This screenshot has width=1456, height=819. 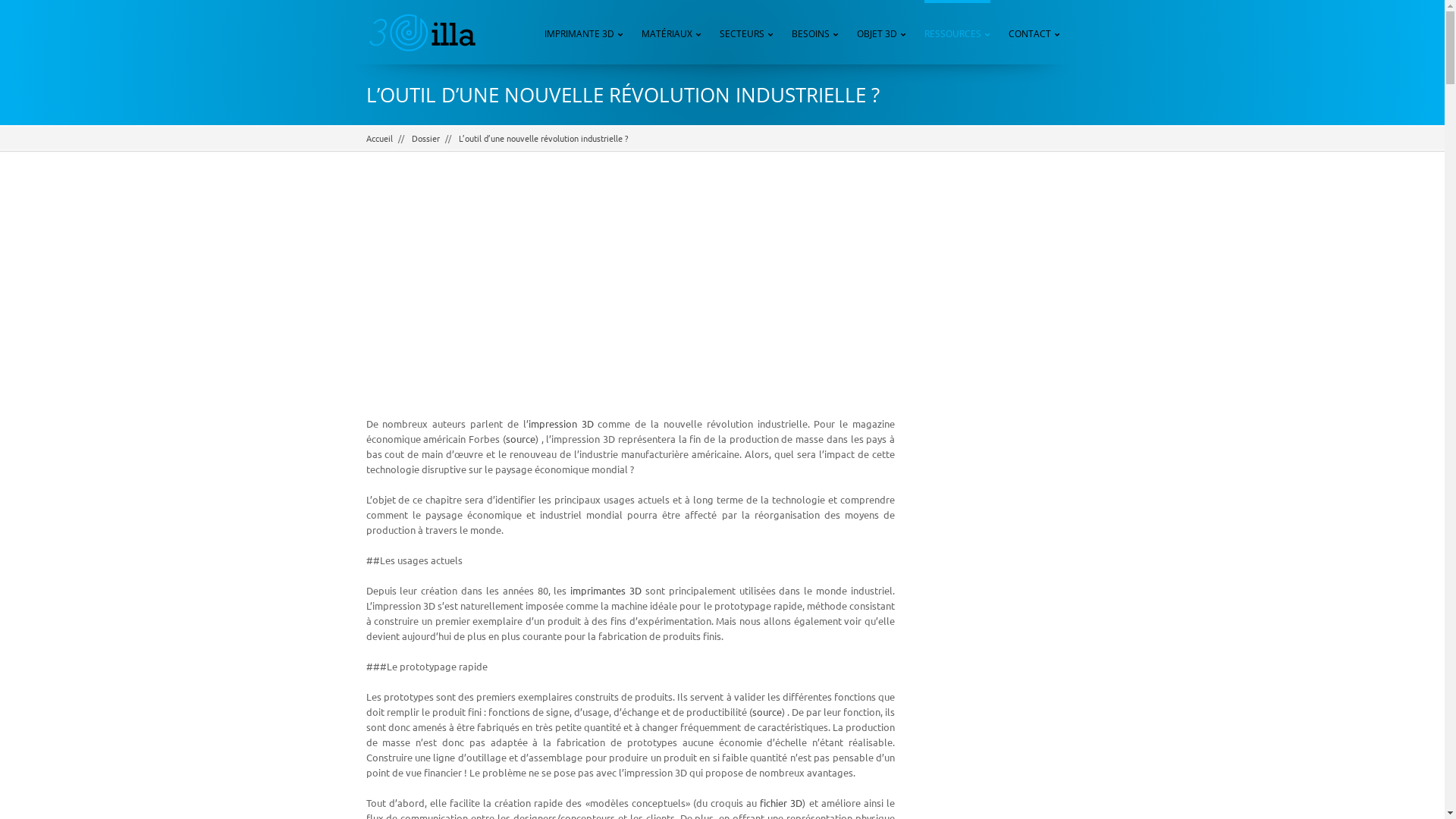 I want to click on 'BESOINS', so click(x=790, y=32).